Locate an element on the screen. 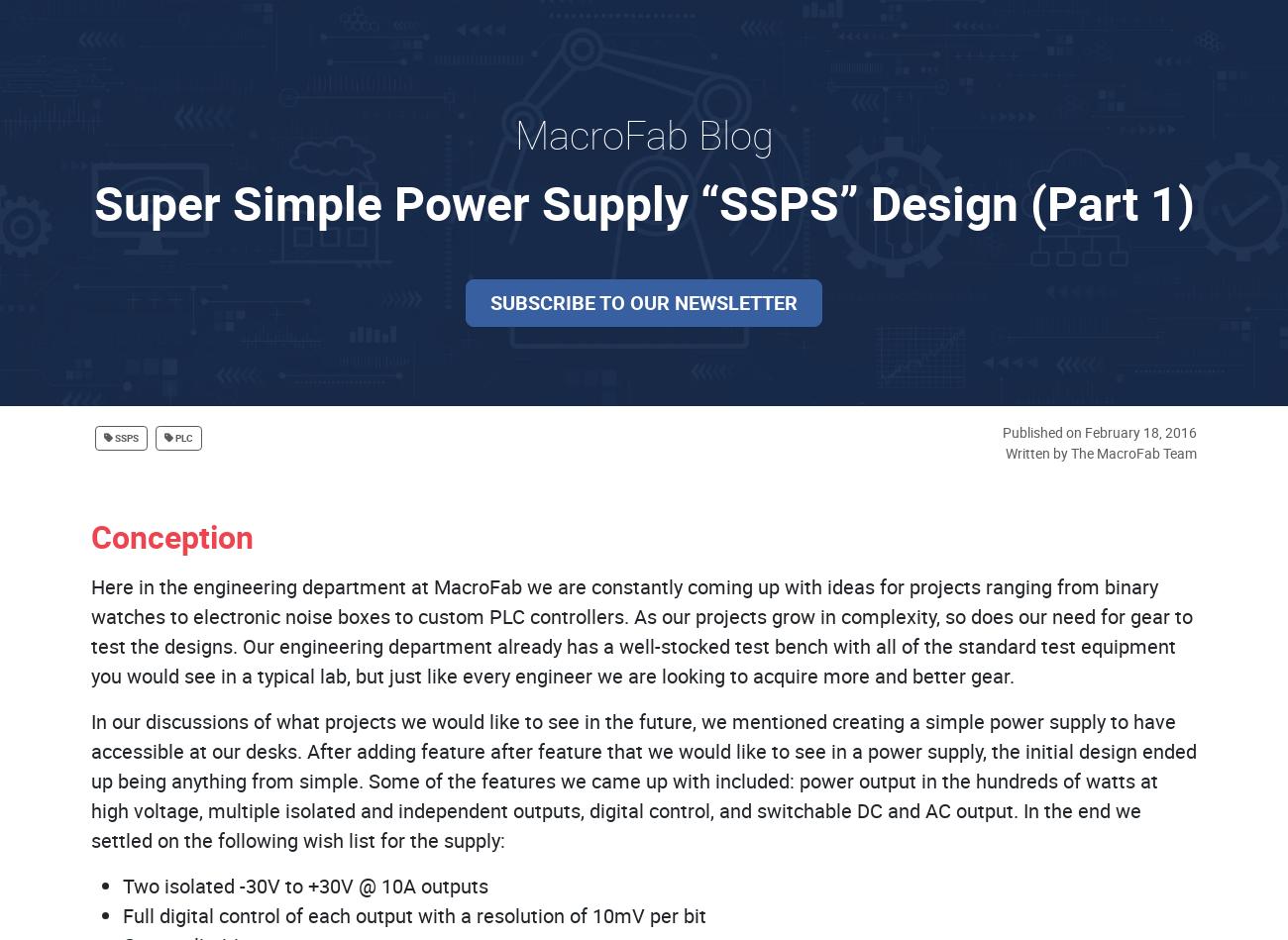 Image resolution: width=1288 pixels, height=940 pixels. 'Prepare for Q1 in Advance to Avoid Any Potential Delays. Time is ticking–place your orders now!' is located at coordinates (291, 890).